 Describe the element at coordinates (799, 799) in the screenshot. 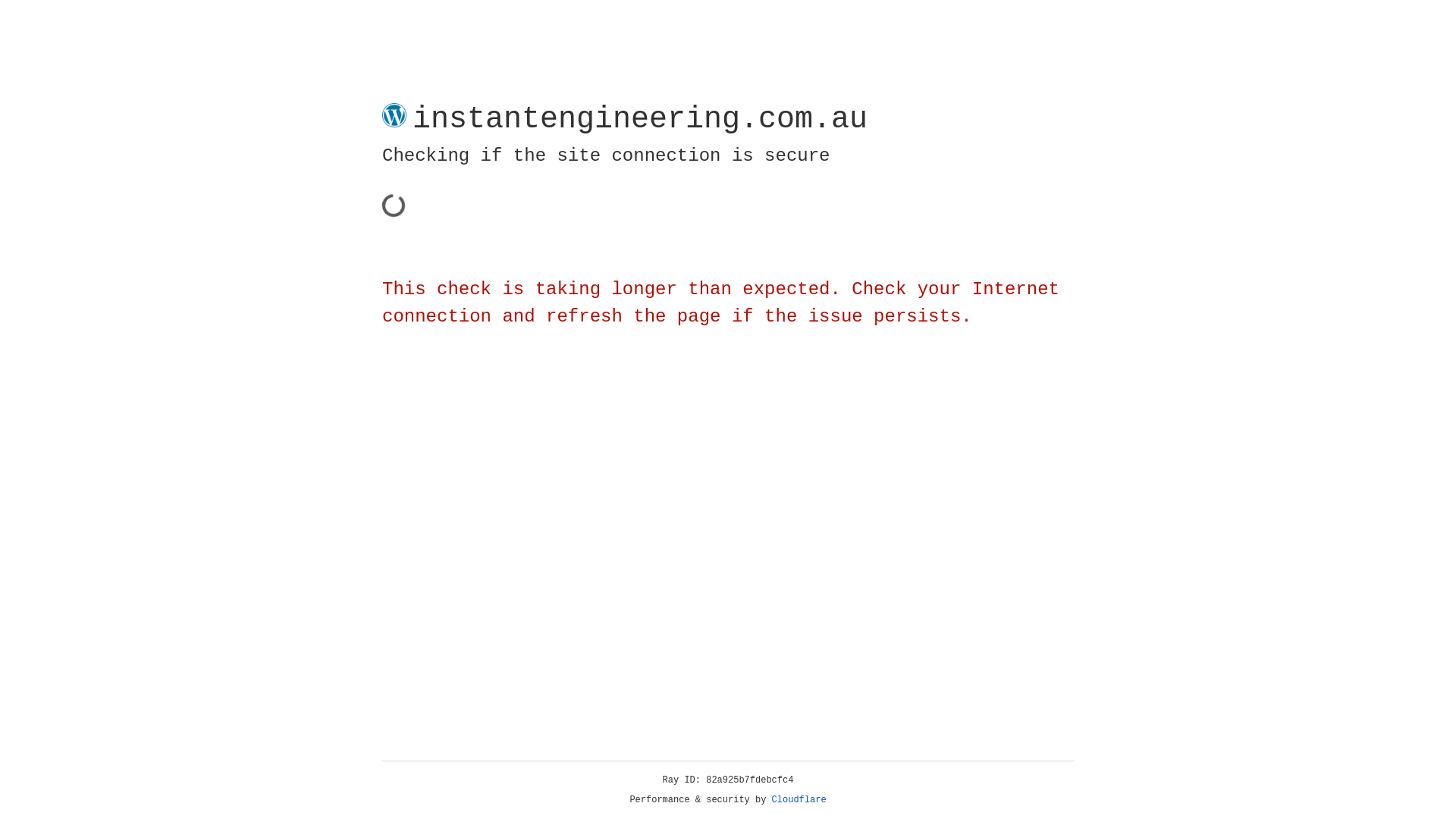

I see `'Cloudflare'` at that location.